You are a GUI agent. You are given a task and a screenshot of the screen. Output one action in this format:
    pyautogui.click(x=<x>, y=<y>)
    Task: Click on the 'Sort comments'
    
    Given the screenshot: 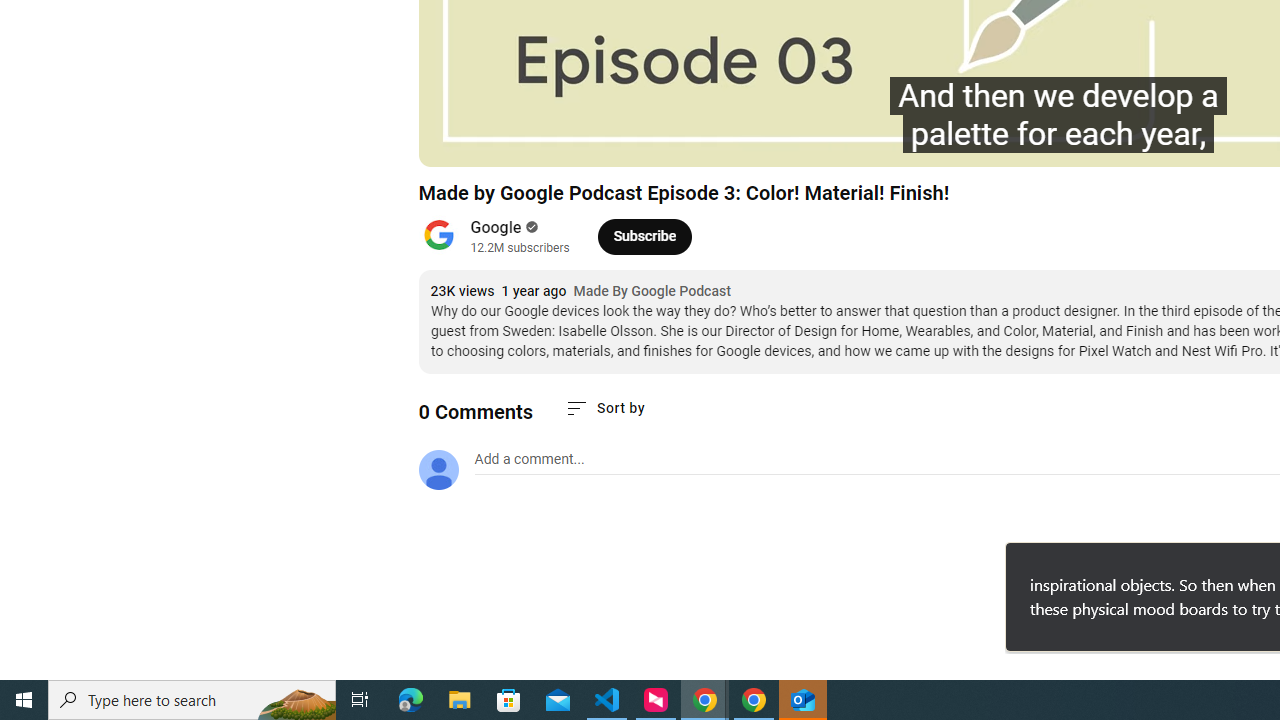 What is the action you would take?
    pyautogui.click(x=603, y=407)
    